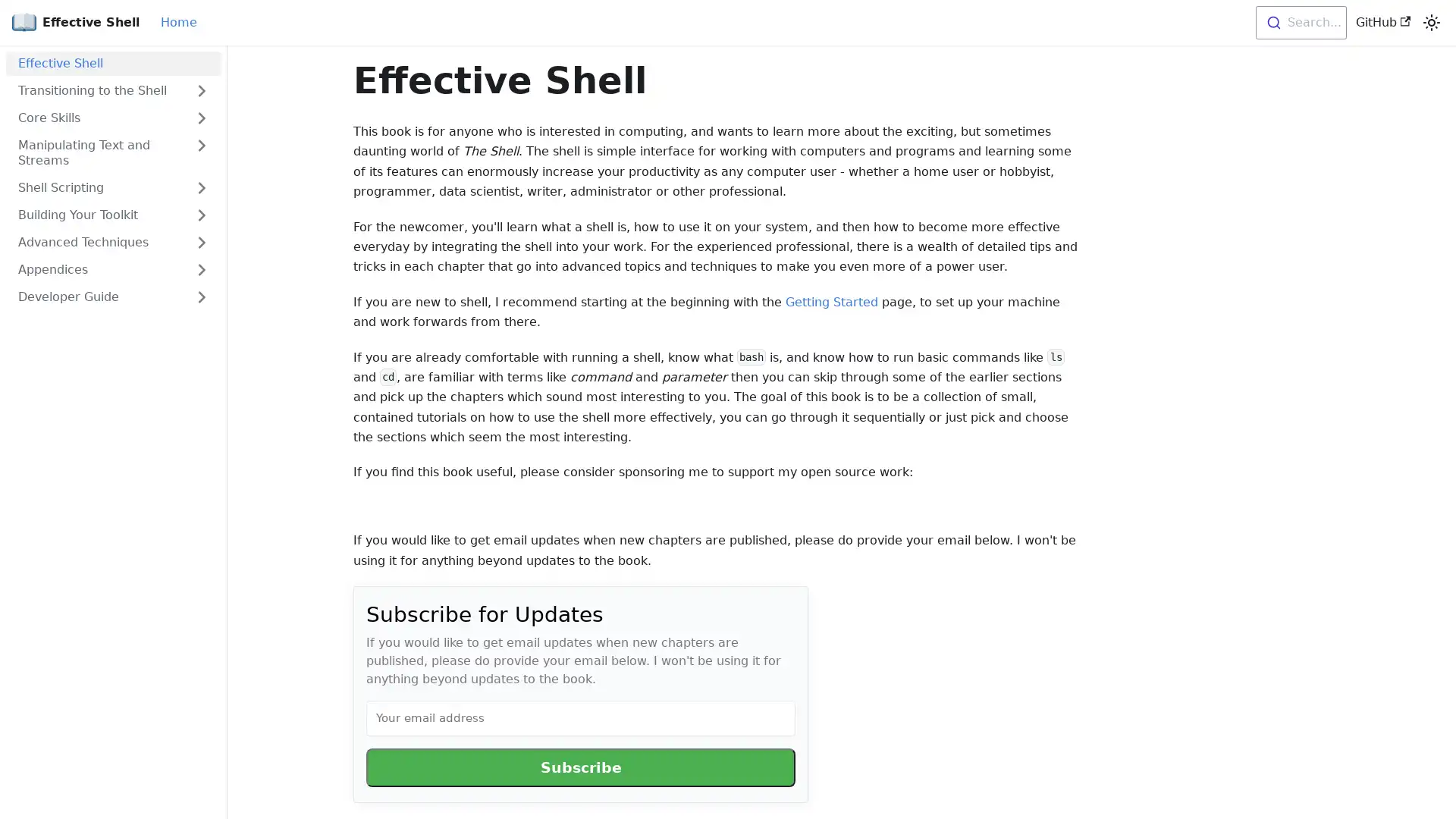  Describe the element at coordinates (200, 152) in the screenshot. I see `Toggle the collapsible sidebar category 'Manipulating Text and Streams'` at that location.